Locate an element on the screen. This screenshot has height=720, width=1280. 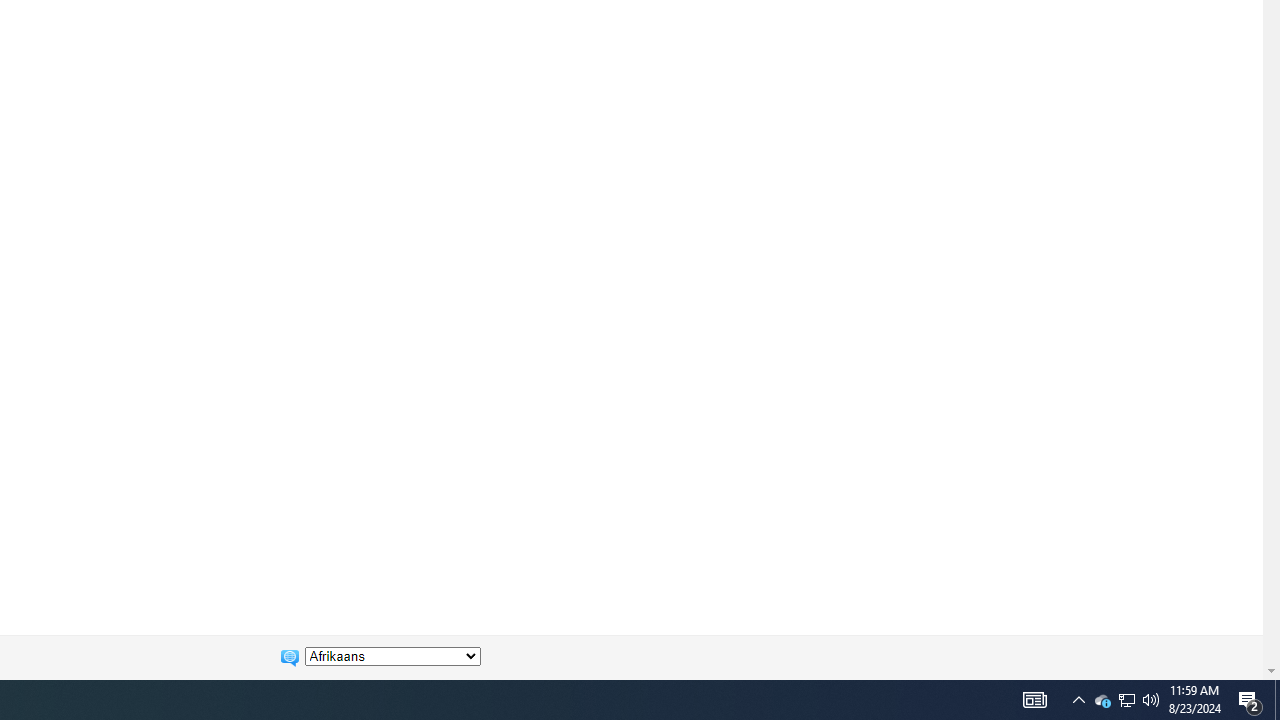
'Verander taal:' is located at coordinates (392, 656).